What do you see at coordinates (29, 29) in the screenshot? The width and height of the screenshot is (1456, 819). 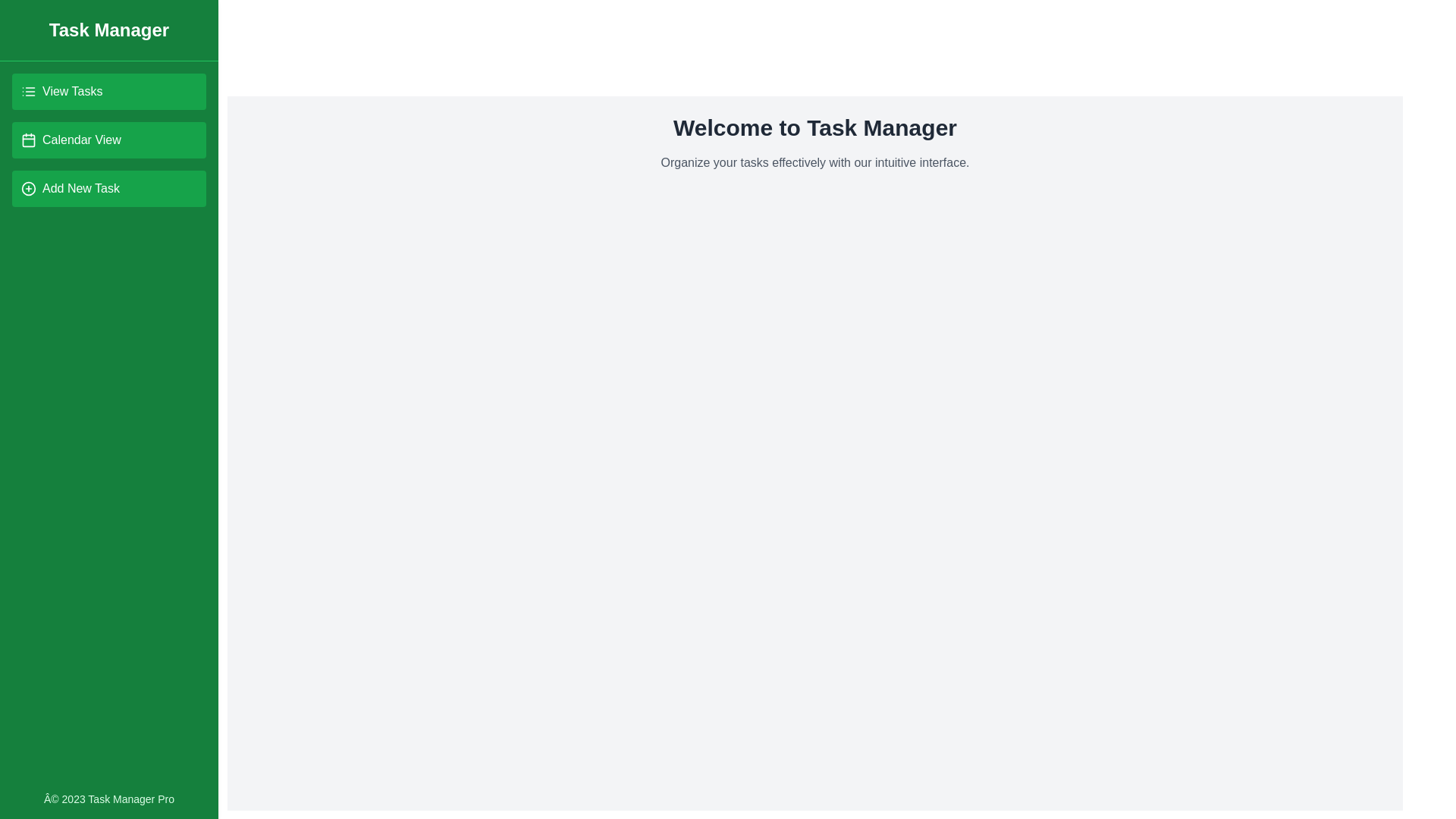 I see `the toggle button at the top-left corner to hide the drawer` at bounding box center [29, 29].